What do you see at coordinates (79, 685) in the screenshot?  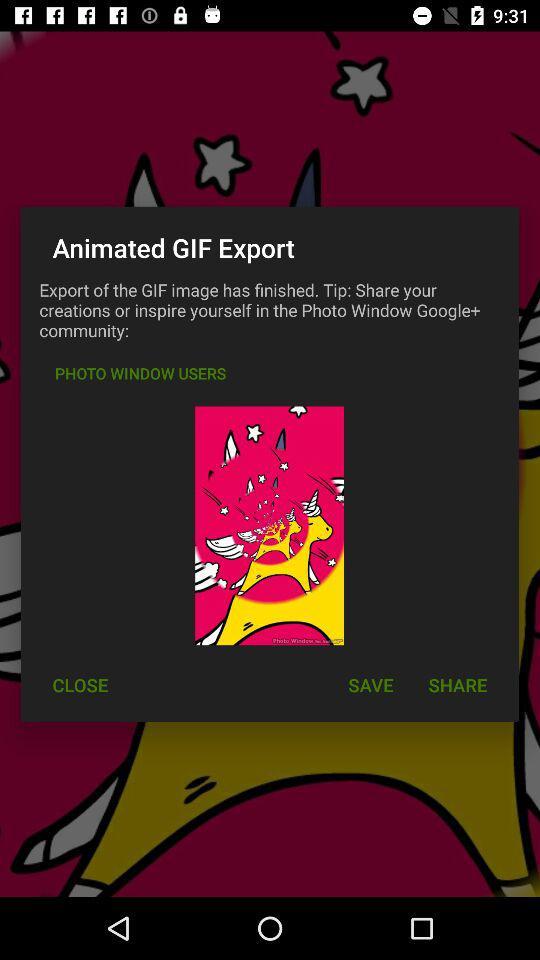 I see `icon below photo window users icon` at bounding box center [79, 685].